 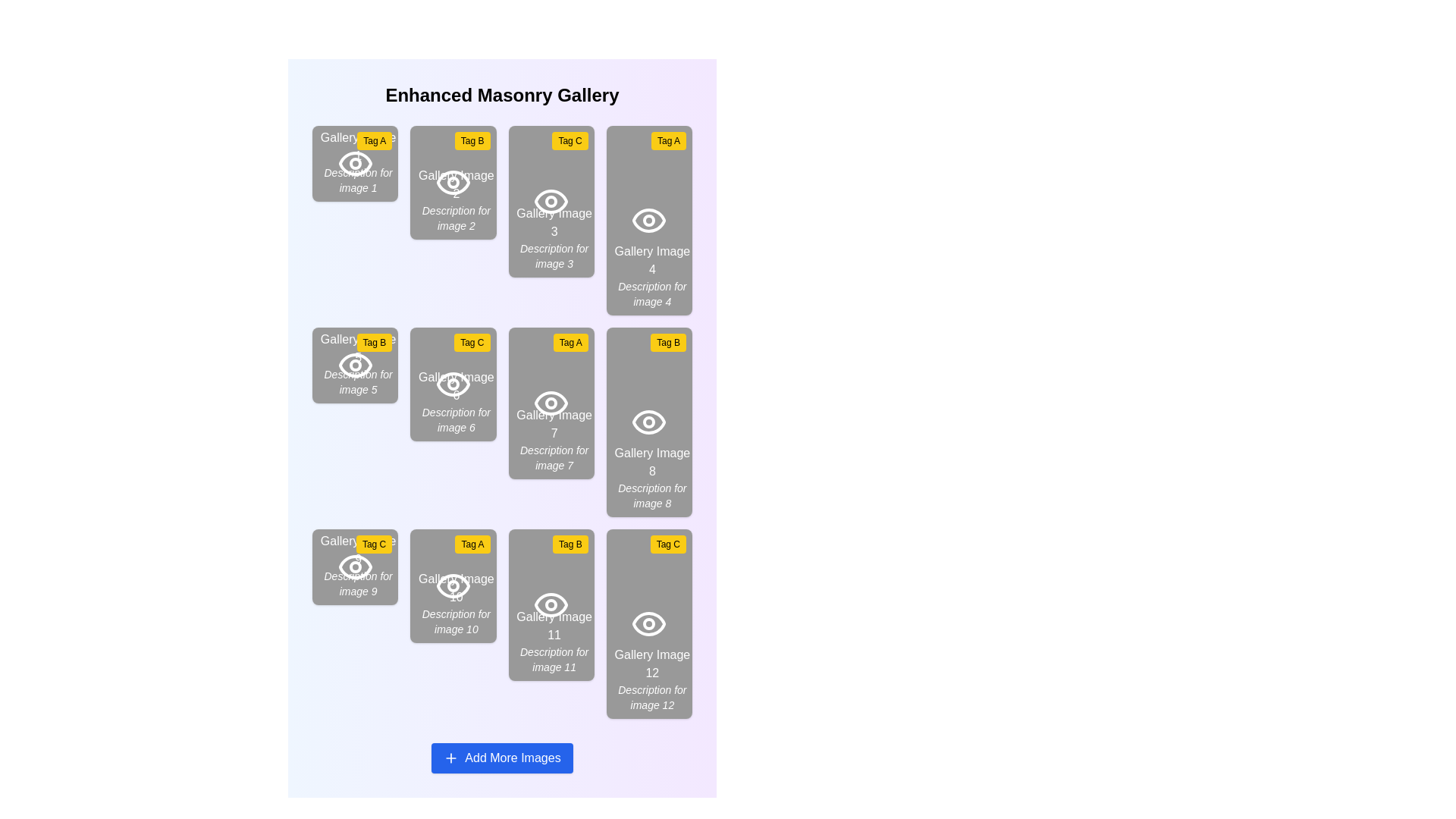 What do you see at coordinates (551, 604) in the screenshot?
I see `the inner circle of the eye icon representing 'Gallery Image 11' tile` at bounding box center [551, 604].